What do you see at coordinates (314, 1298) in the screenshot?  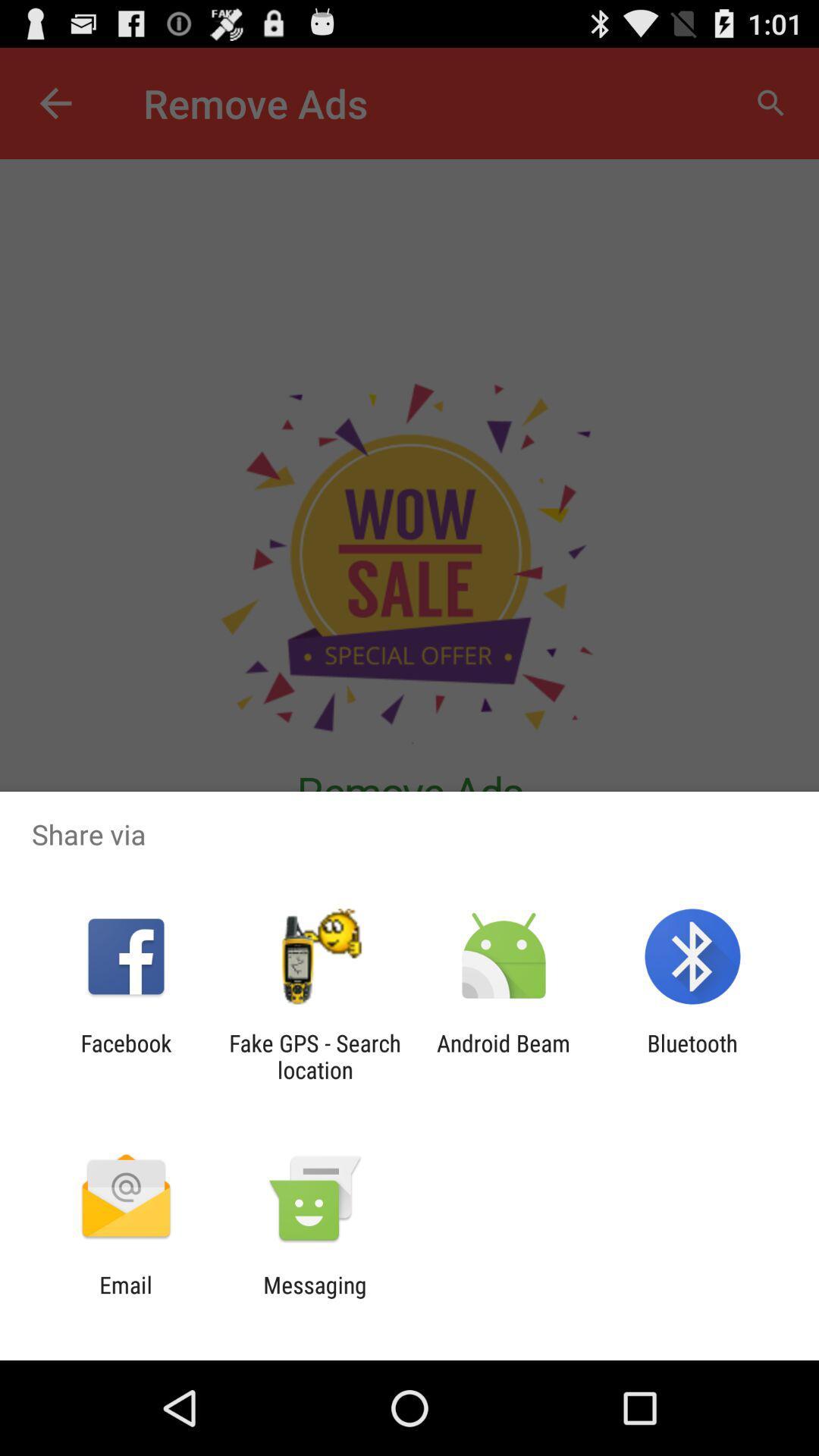 I see `the app to the right of the email icon` at bounding box center [314, 1298].